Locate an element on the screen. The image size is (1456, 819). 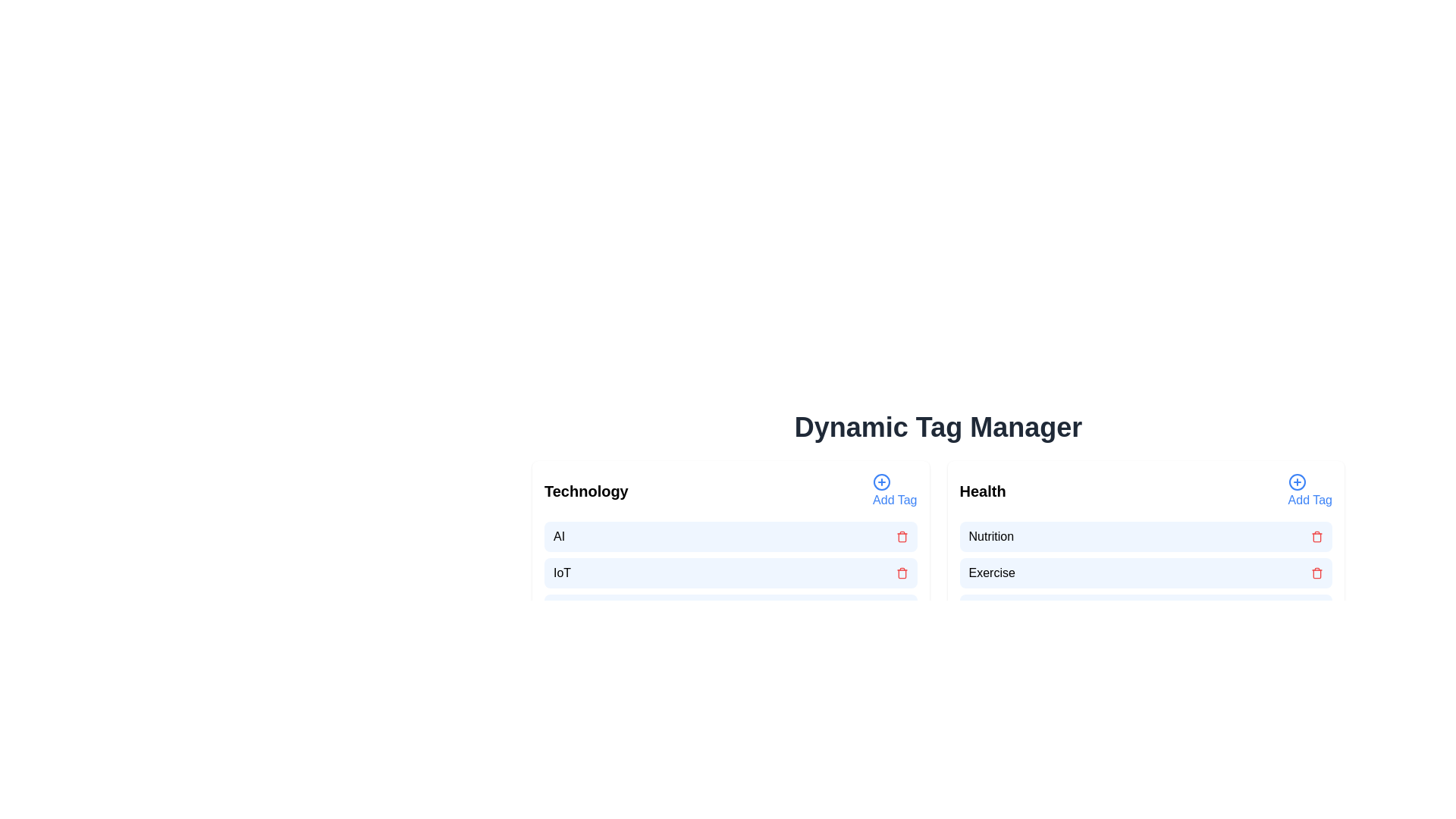
the interactive text link with an accompanying icon located in the top-right corner of the 'Health' section header for keyboard interaction is located at coordinates (1309, 491).